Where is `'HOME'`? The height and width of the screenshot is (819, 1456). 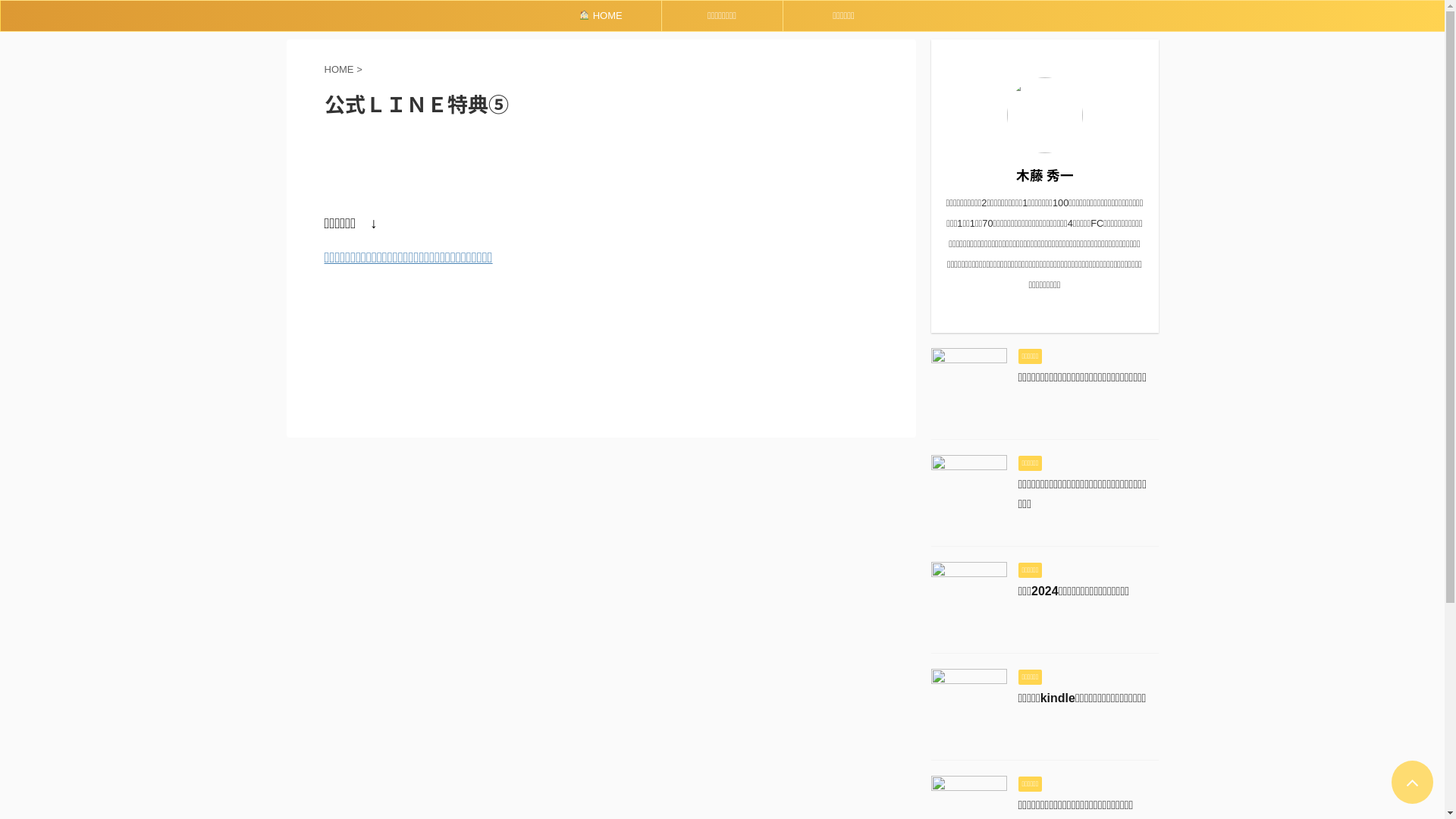
'HOME' is located at coordinates (599, 15).